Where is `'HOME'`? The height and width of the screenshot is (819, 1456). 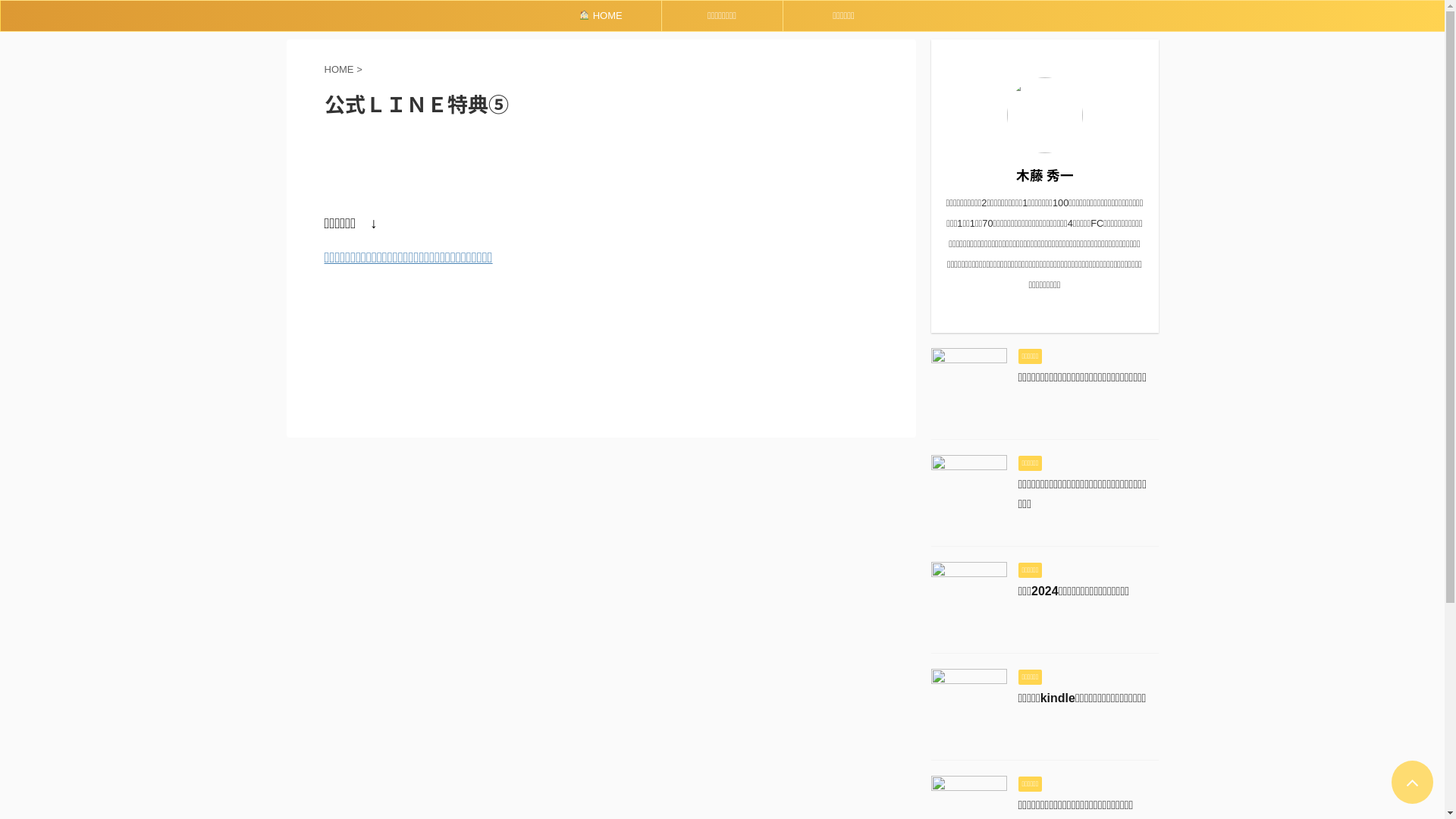
'HOME' is located at coordinates (599, 15).